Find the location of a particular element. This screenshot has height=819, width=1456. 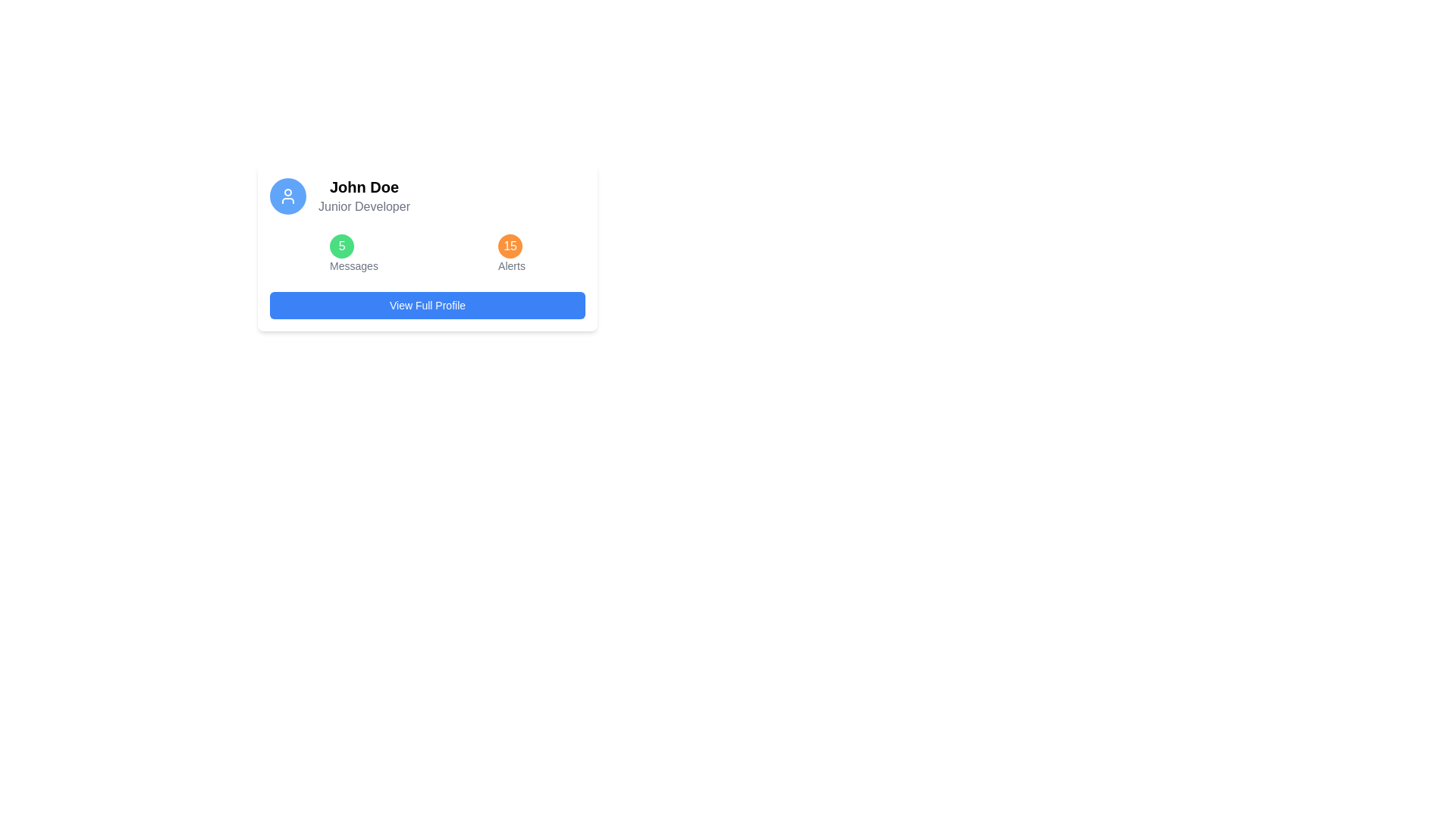

the user avatar icon, which is a circular icon with a silhouette of a user in white lines against a blue background, located to the left of the text 'John Doe' is located at coordinates (287, 195).